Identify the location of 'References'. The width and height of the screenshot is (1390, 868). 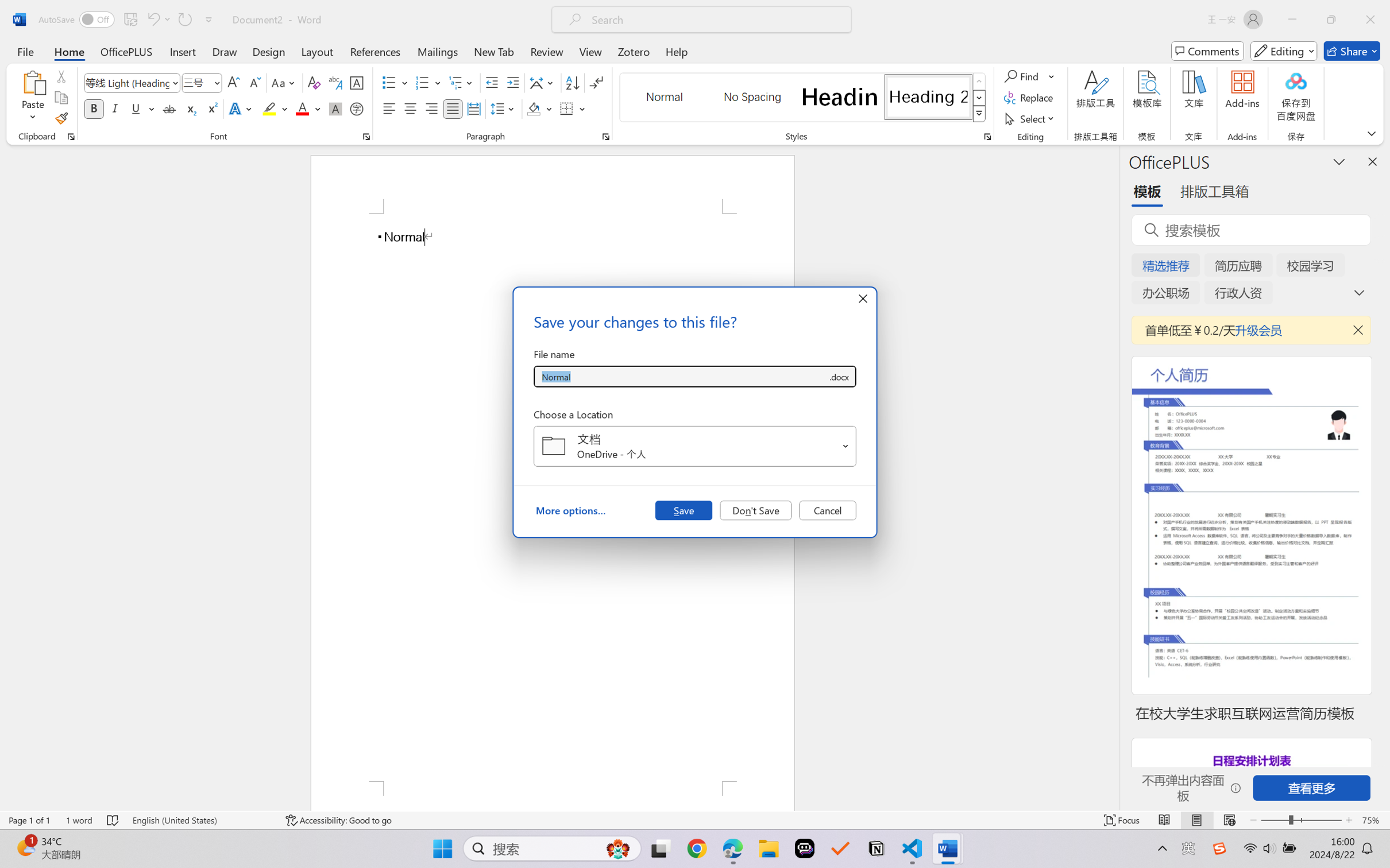
(375, 51).